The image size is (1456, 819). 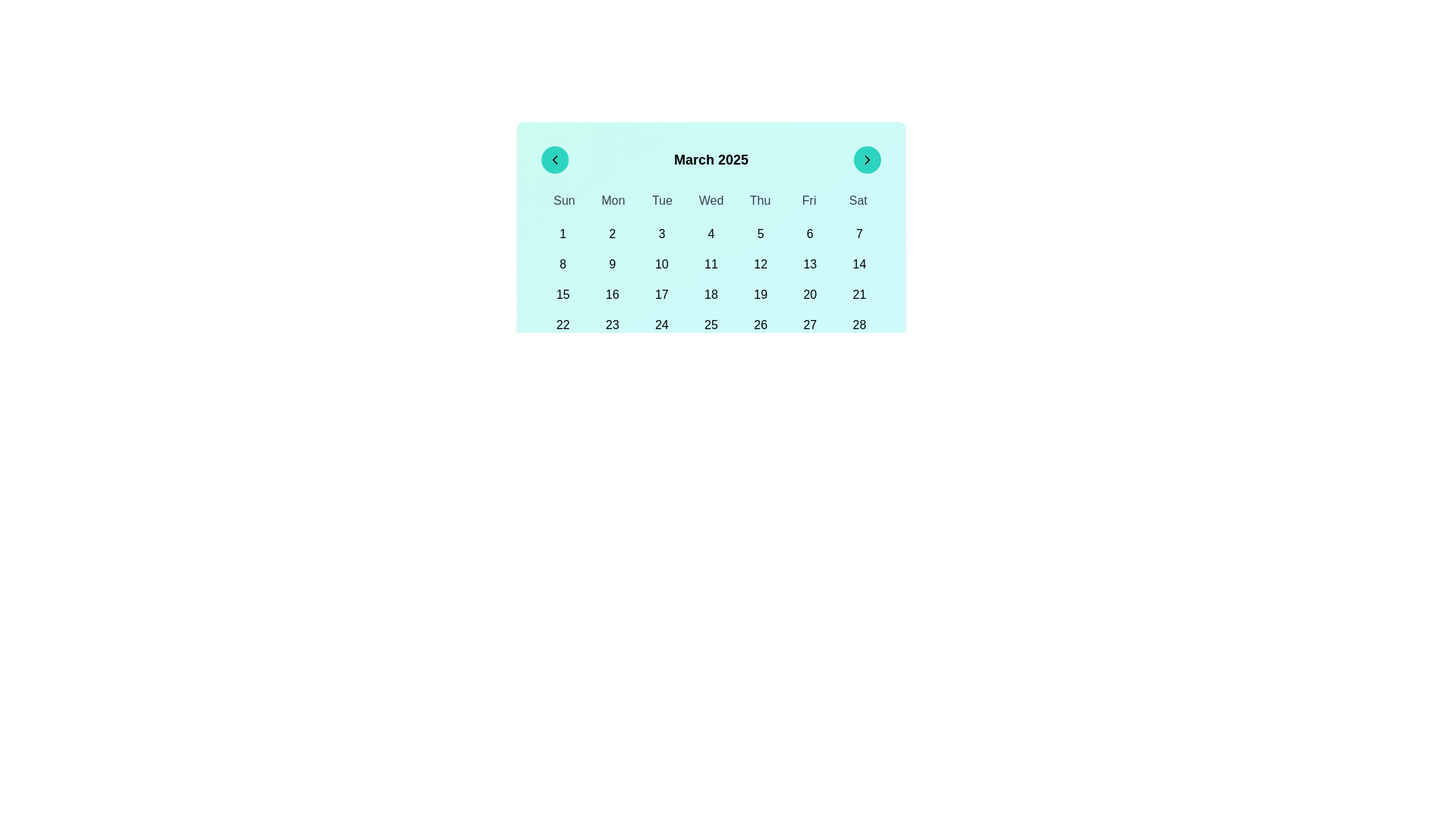 I want to click on the calendar date button for '13' located in the second row under 'Fri', so click(x=809, y=263).